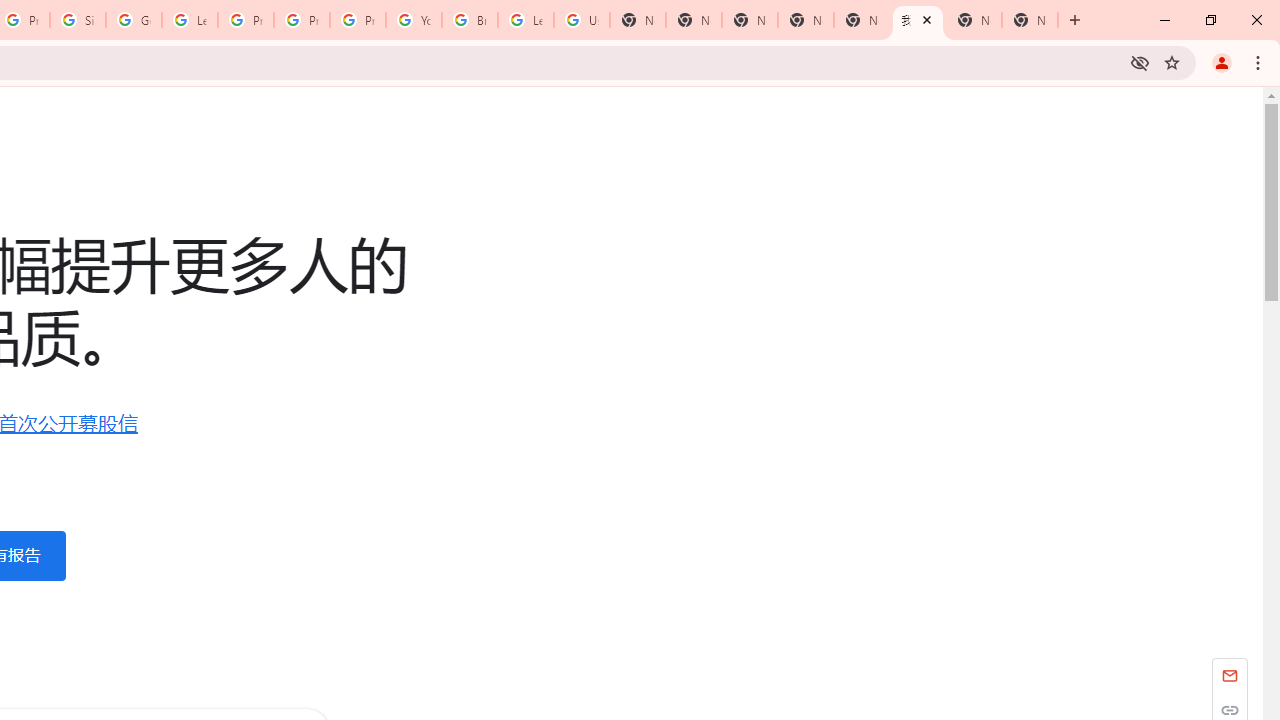 This screenshot has height=720, width=1280. I want to click on 'YouTube', so click(413, 20).